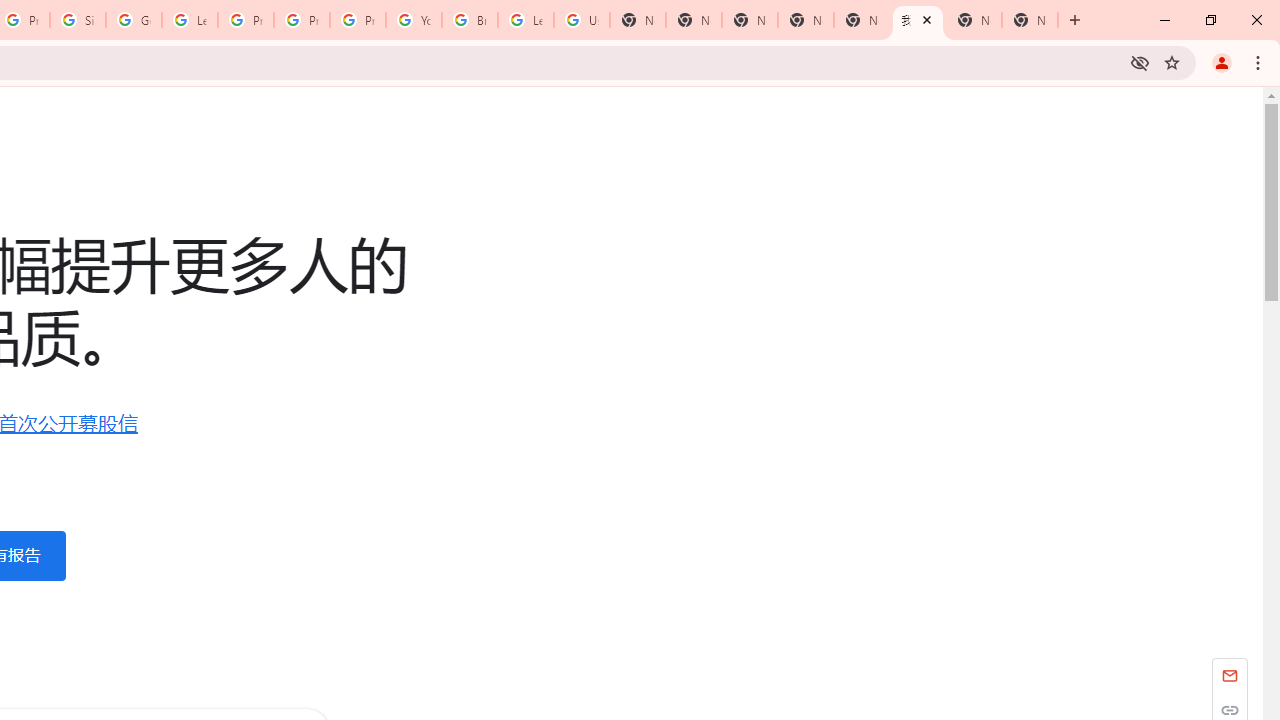 This screenshot has height=720, width=1280. I want to click on 'YouTube', so click(413, 20).